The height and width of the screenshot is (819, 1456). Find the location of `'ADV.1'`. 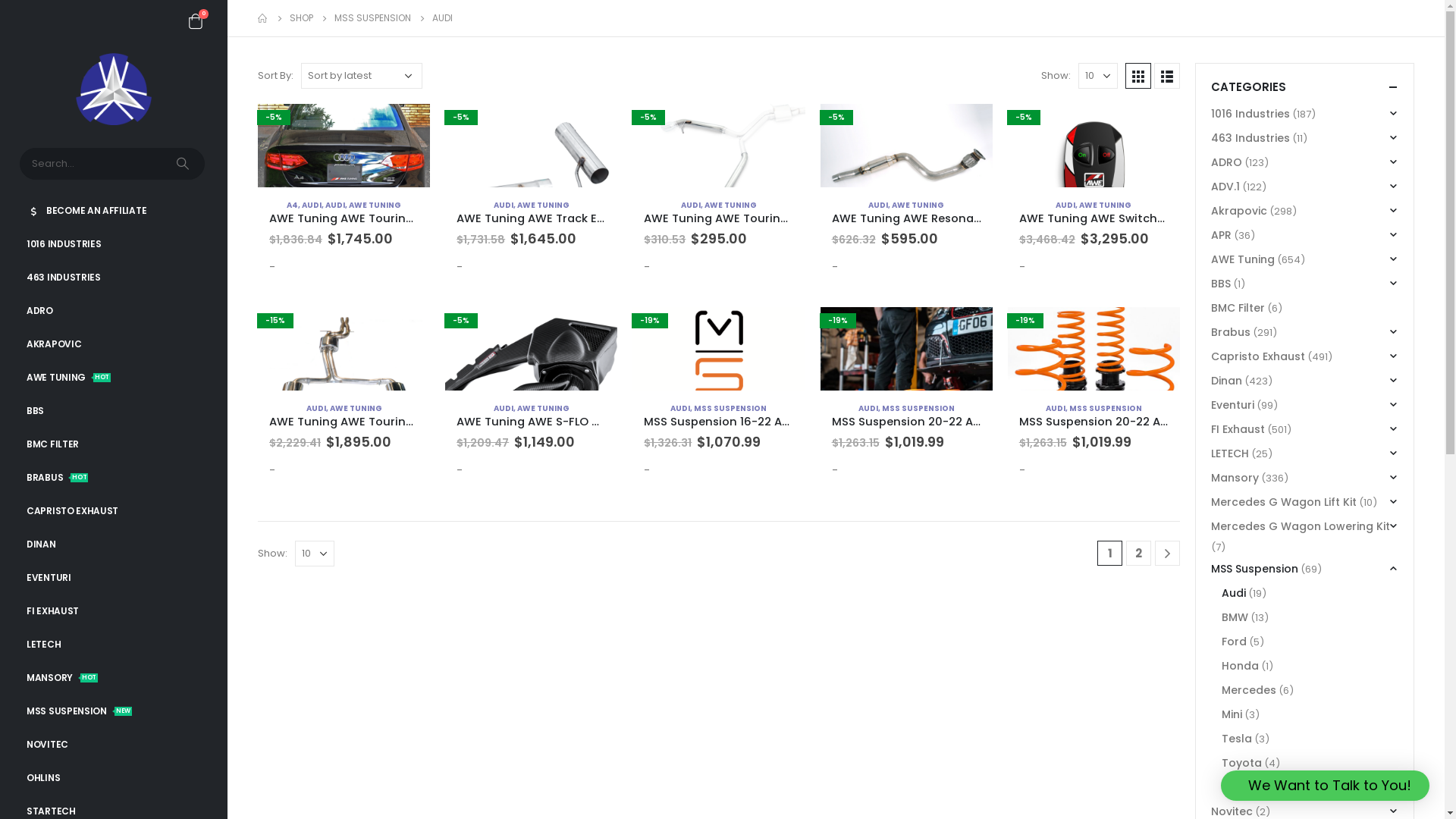

'ADV.1' is located at coordinates (1225, 186).